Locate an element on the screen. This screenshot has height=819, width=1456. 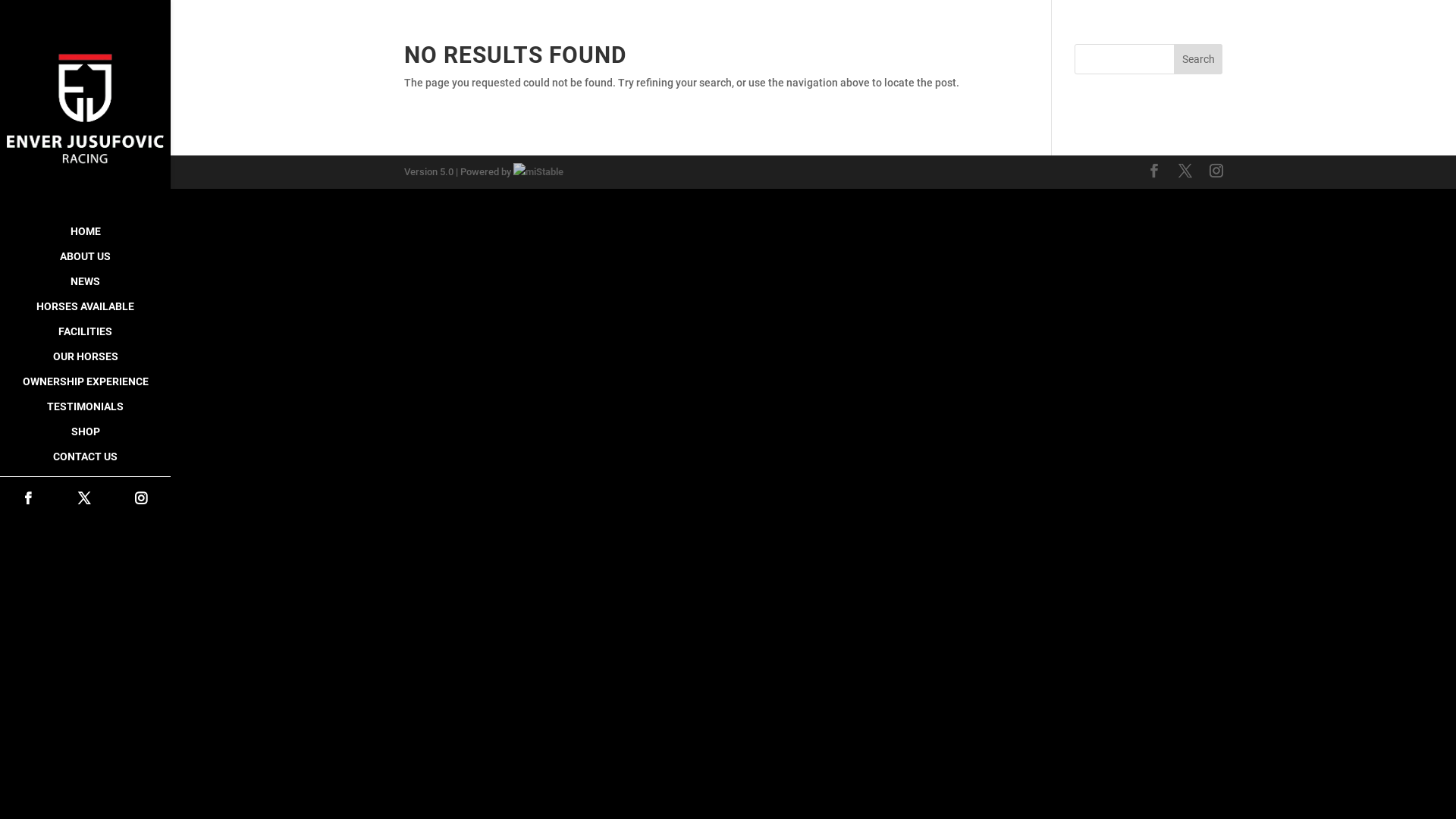
'SOCIAL' is located at coordinates (84, 482).